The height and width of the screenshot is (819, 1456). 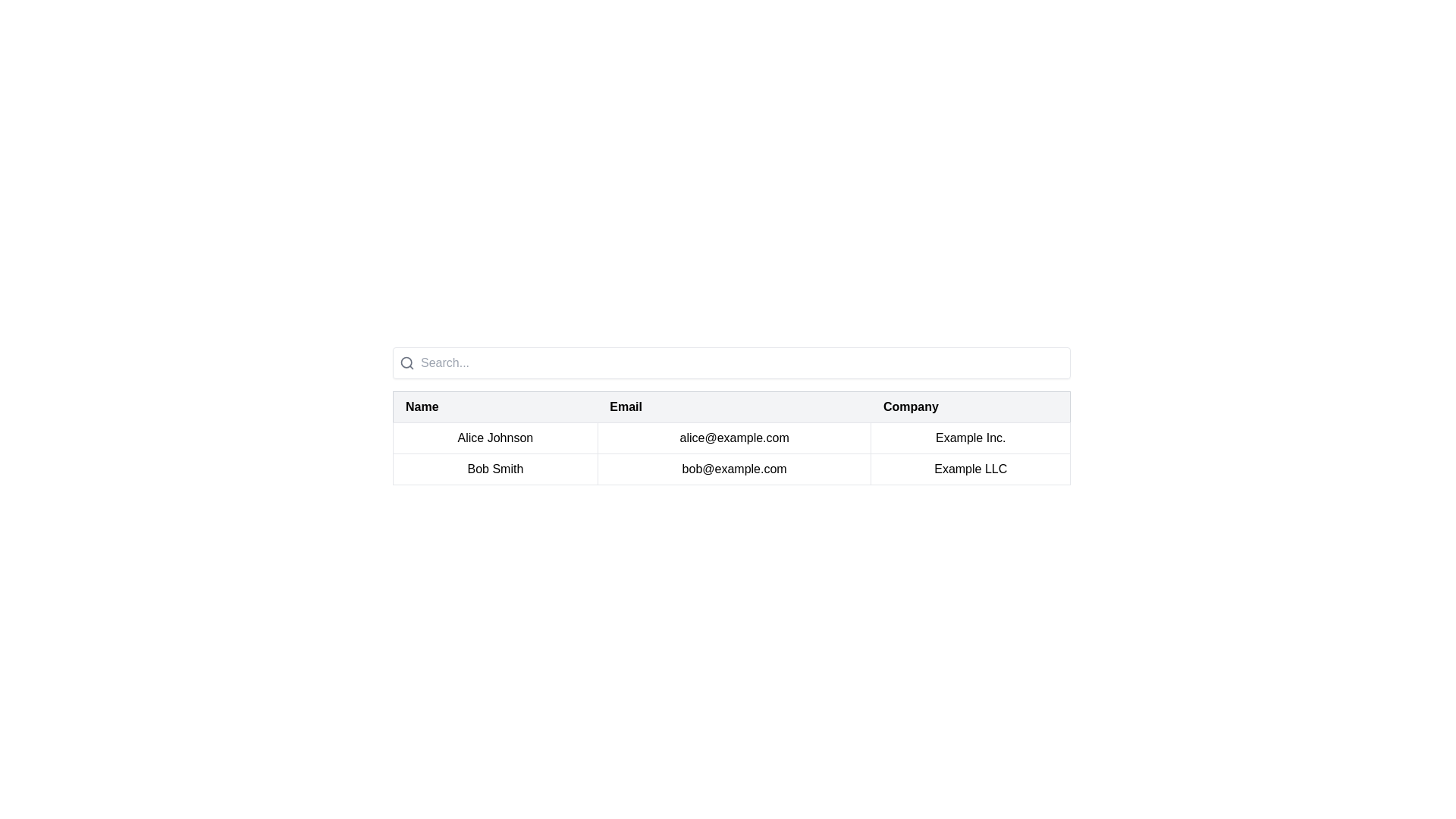 I want to click on the second row in the user data table to highlight or select it, so click(x=731, y=468).